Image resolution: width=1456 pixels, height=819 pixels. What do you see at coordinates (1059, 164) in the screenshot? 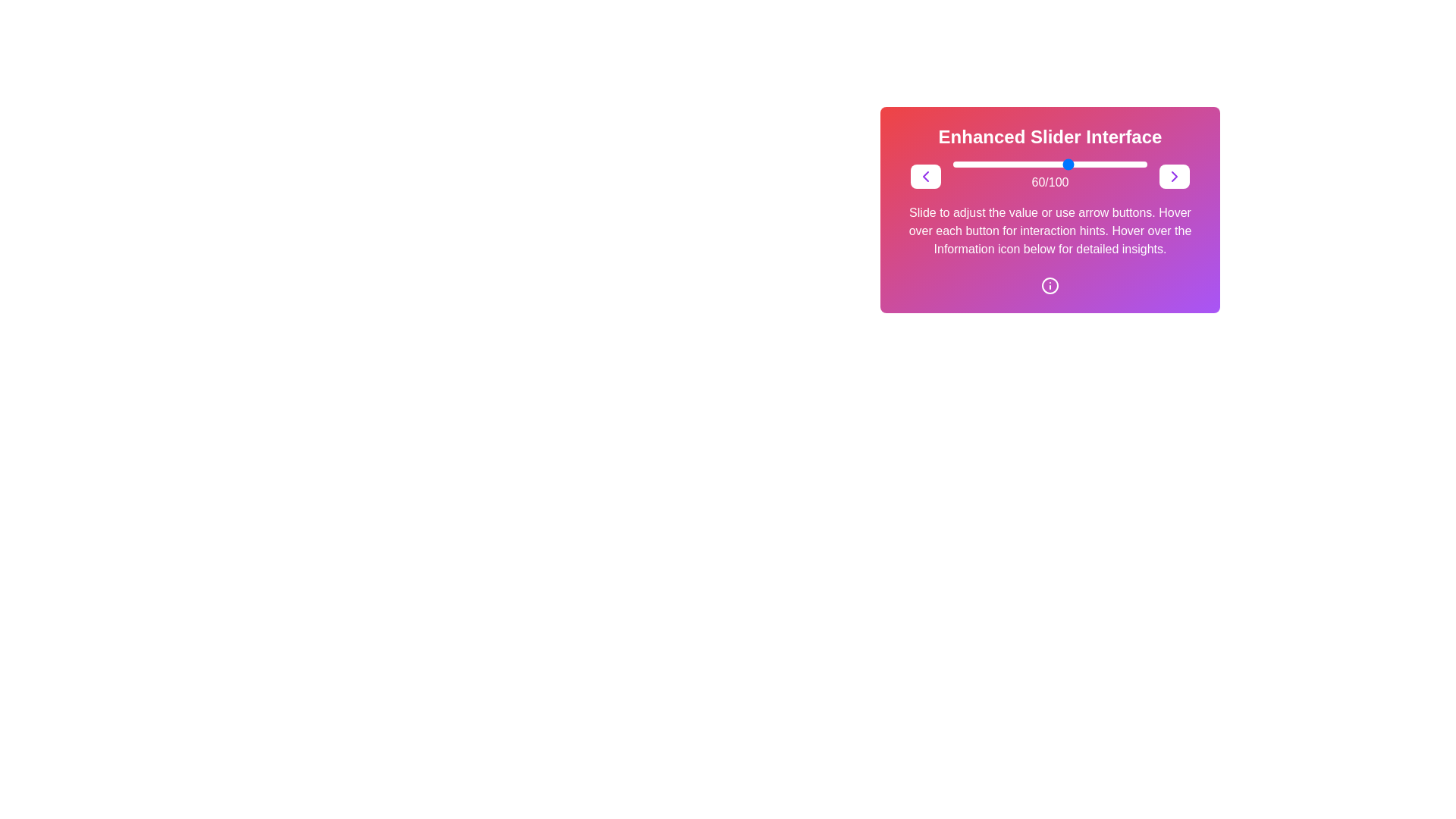
I see `the slider value` at bounding box center [1059, 164].